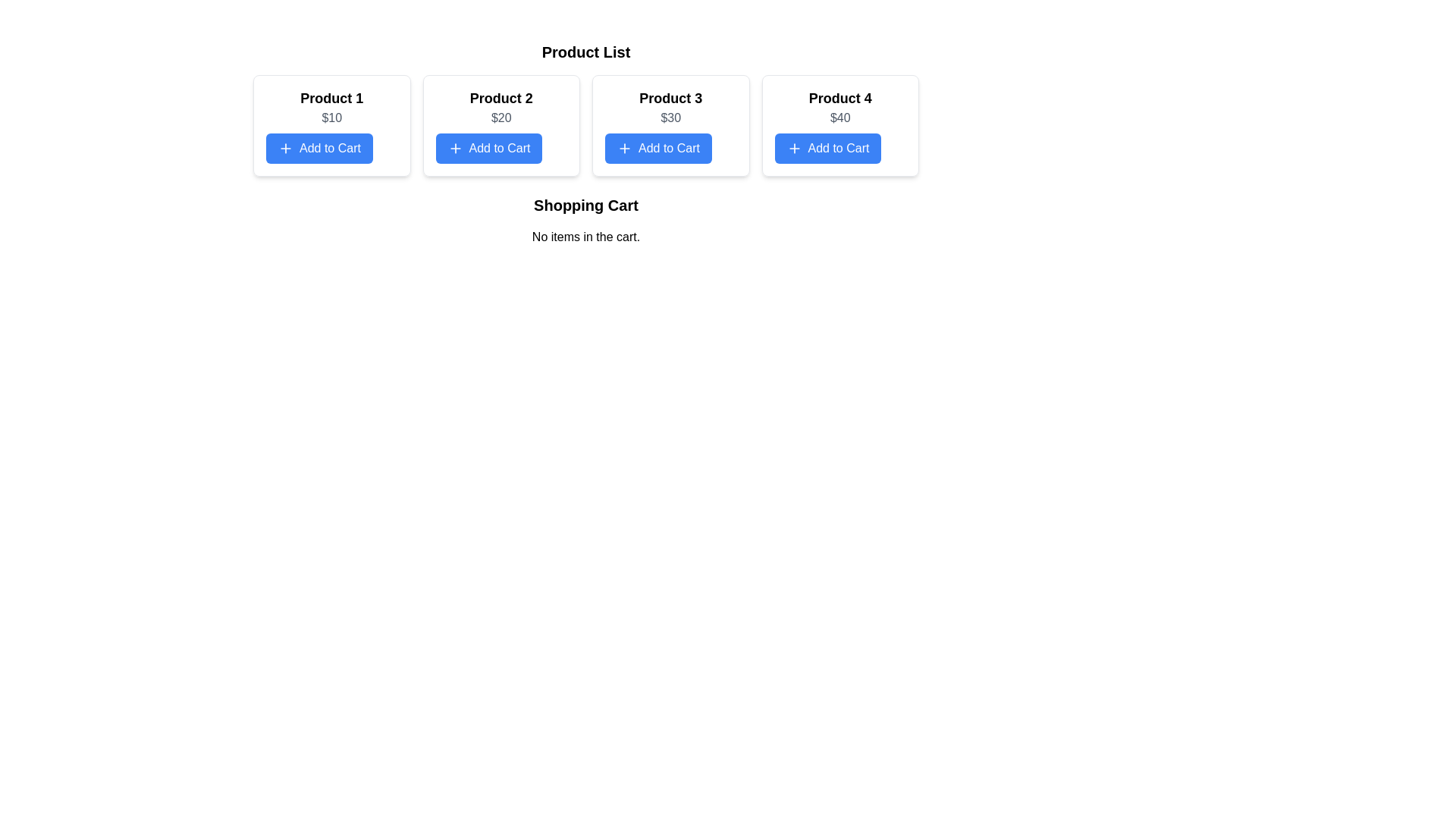 The height and width of the screenshot is (819, 1456). I want to click on the 'Product List' text label, which serves as the header for the section containing product items, so click(585, 52).